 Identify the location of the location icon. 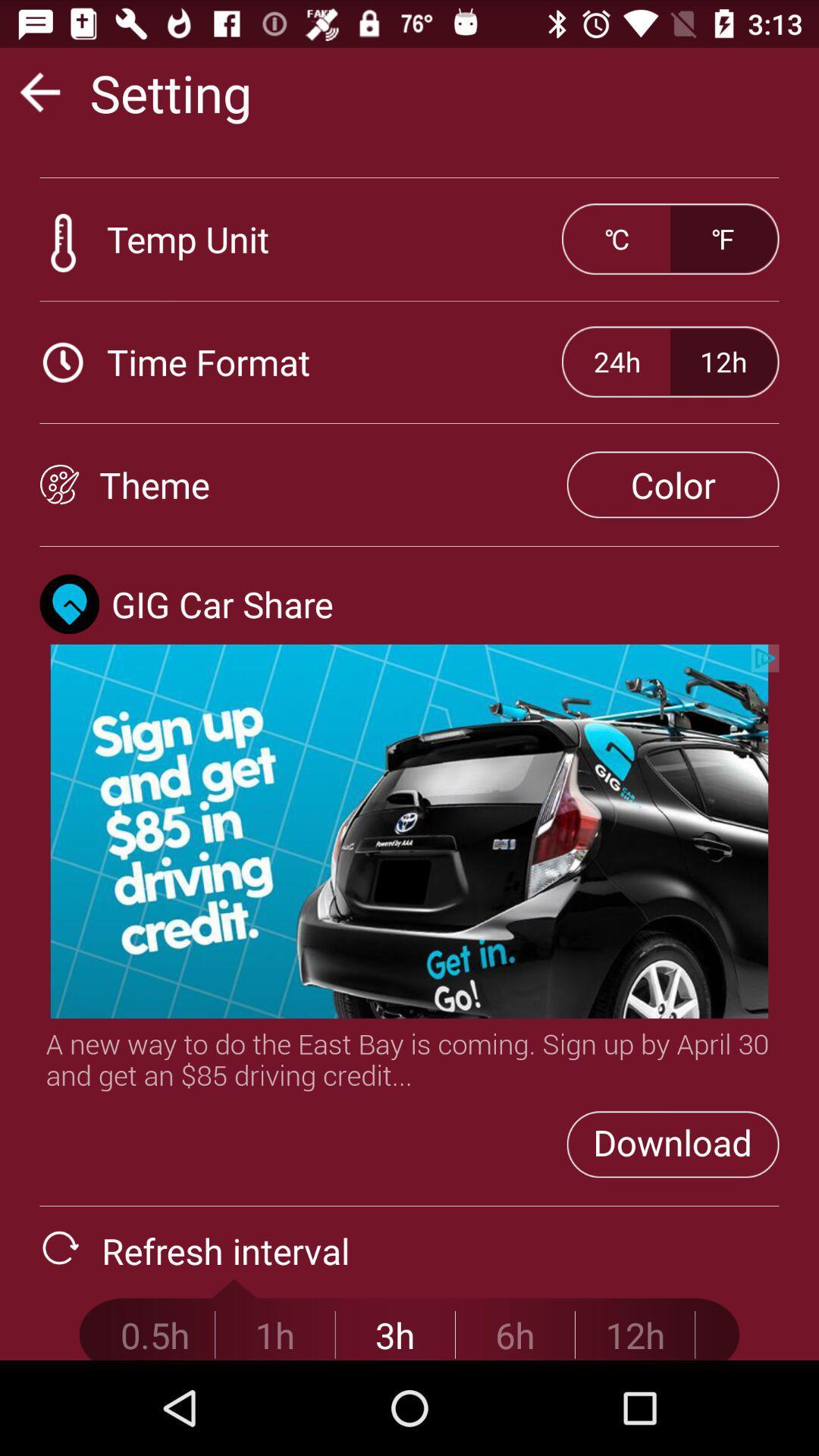
(69, 646).